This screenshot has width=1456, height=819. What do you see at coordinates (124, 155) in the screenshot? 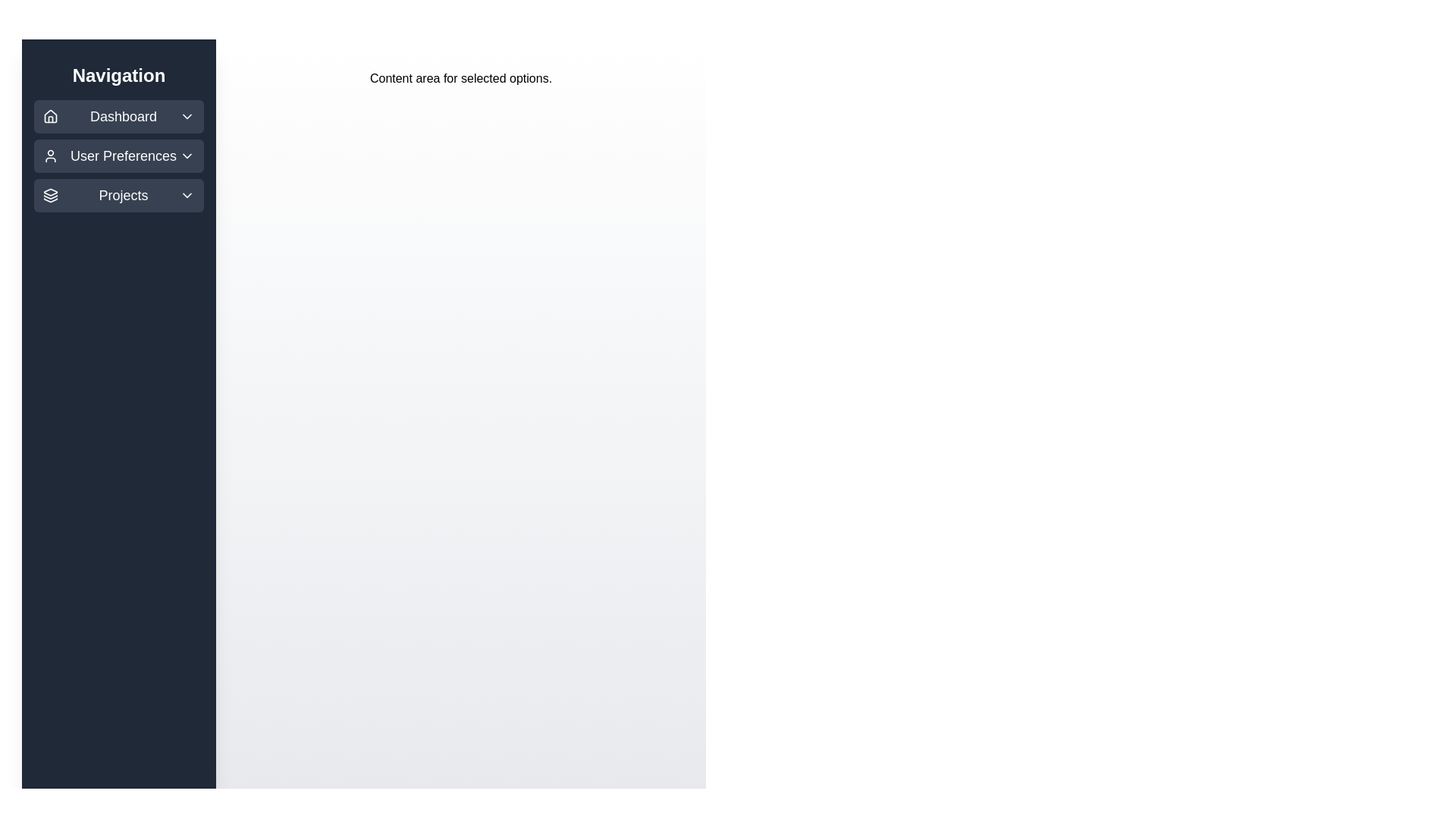
I see `the text label UI component indicating the navigation option for accessing user preference settings, located in the sidebar navigation menu` at bounding box center [124, 155].